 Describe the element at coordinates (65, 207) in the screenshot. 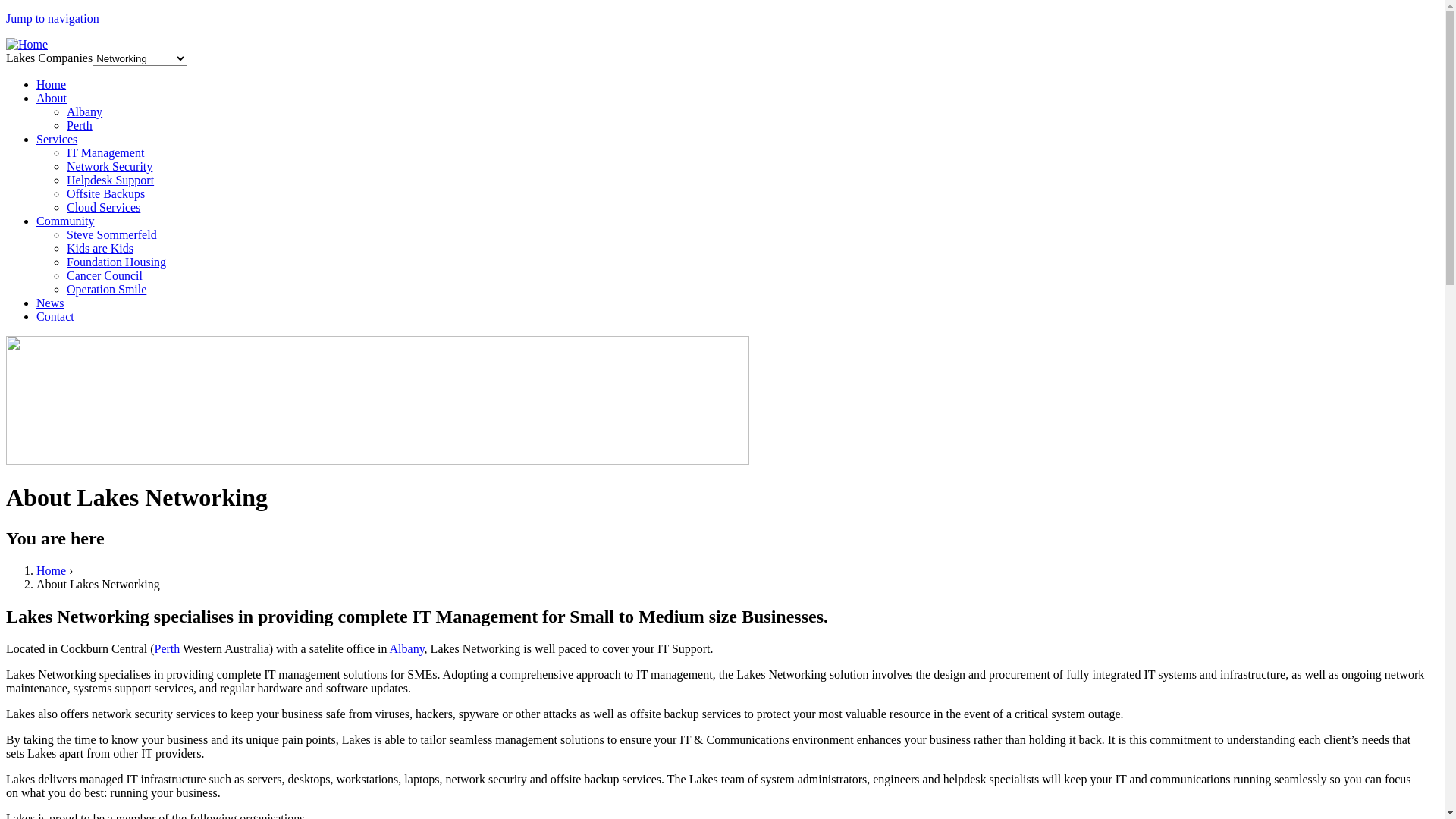

I see `'Cloud Services'` at that location.